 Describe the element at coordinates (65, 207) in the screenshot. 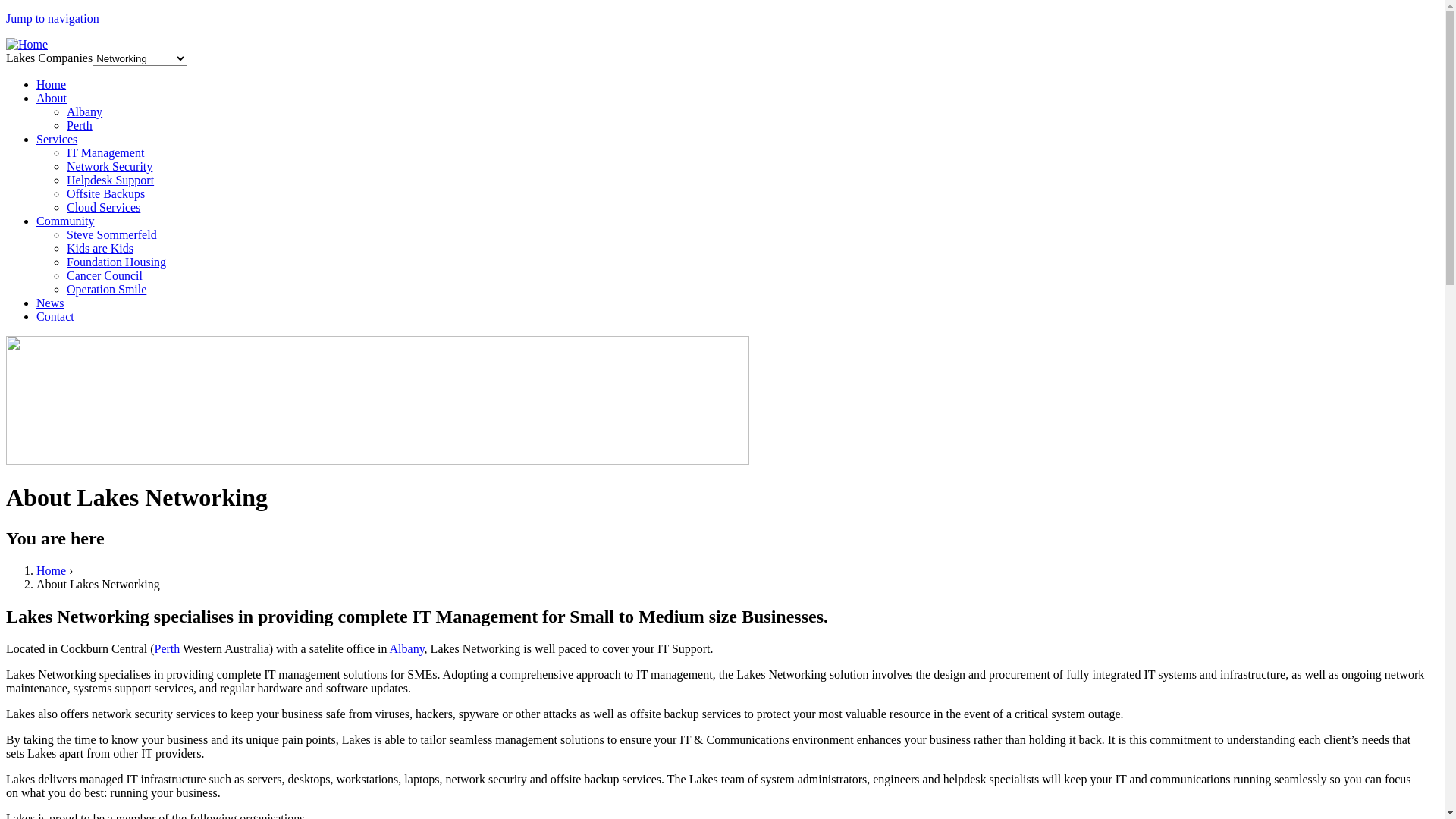

I see `'Cloud Services'` at that location.